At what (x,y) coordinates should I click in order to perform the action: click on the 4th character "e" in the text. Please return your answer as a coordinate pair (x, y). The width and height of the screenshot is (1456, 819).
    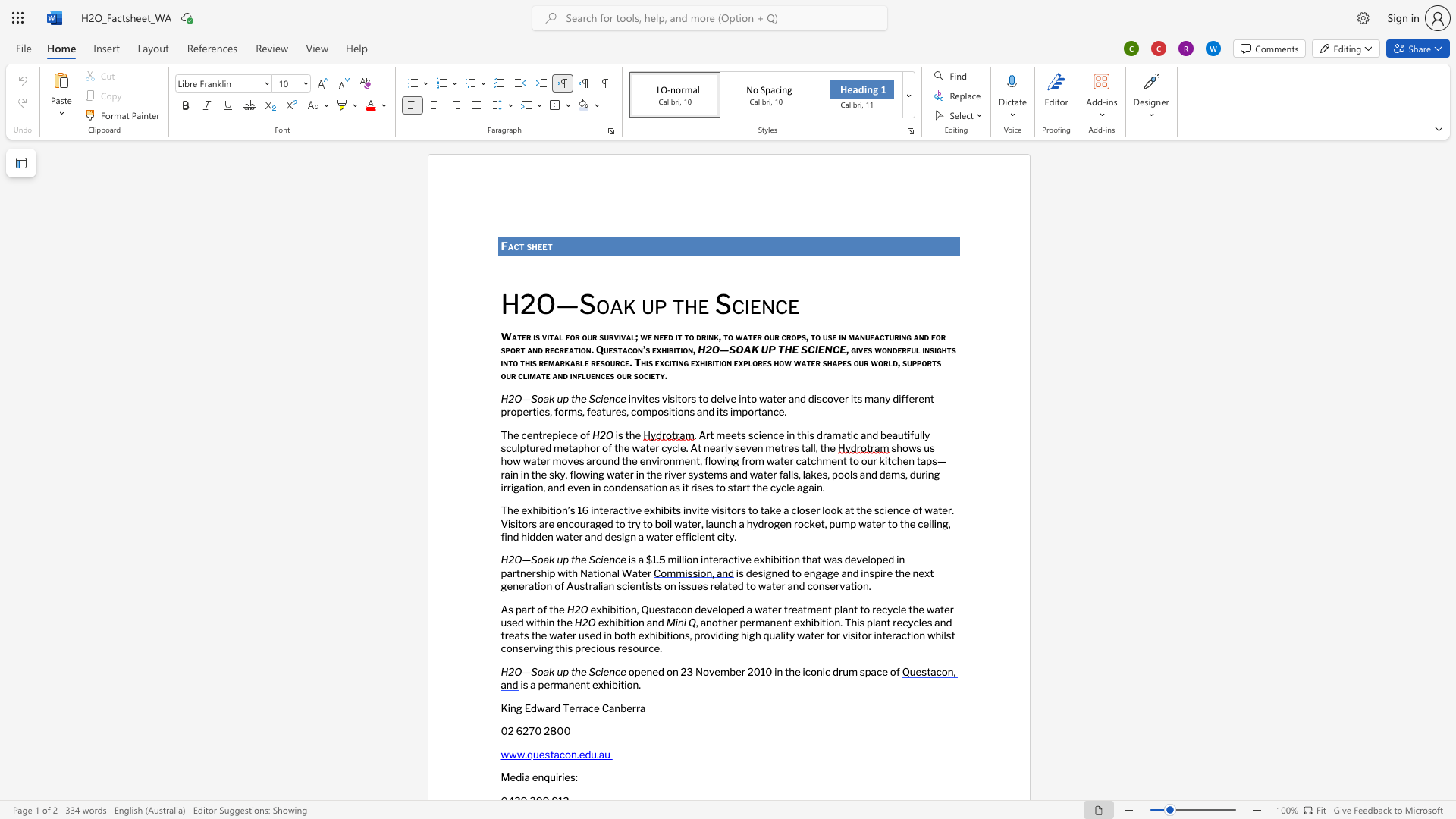
    Looking at the image, I should click on (781, 435).